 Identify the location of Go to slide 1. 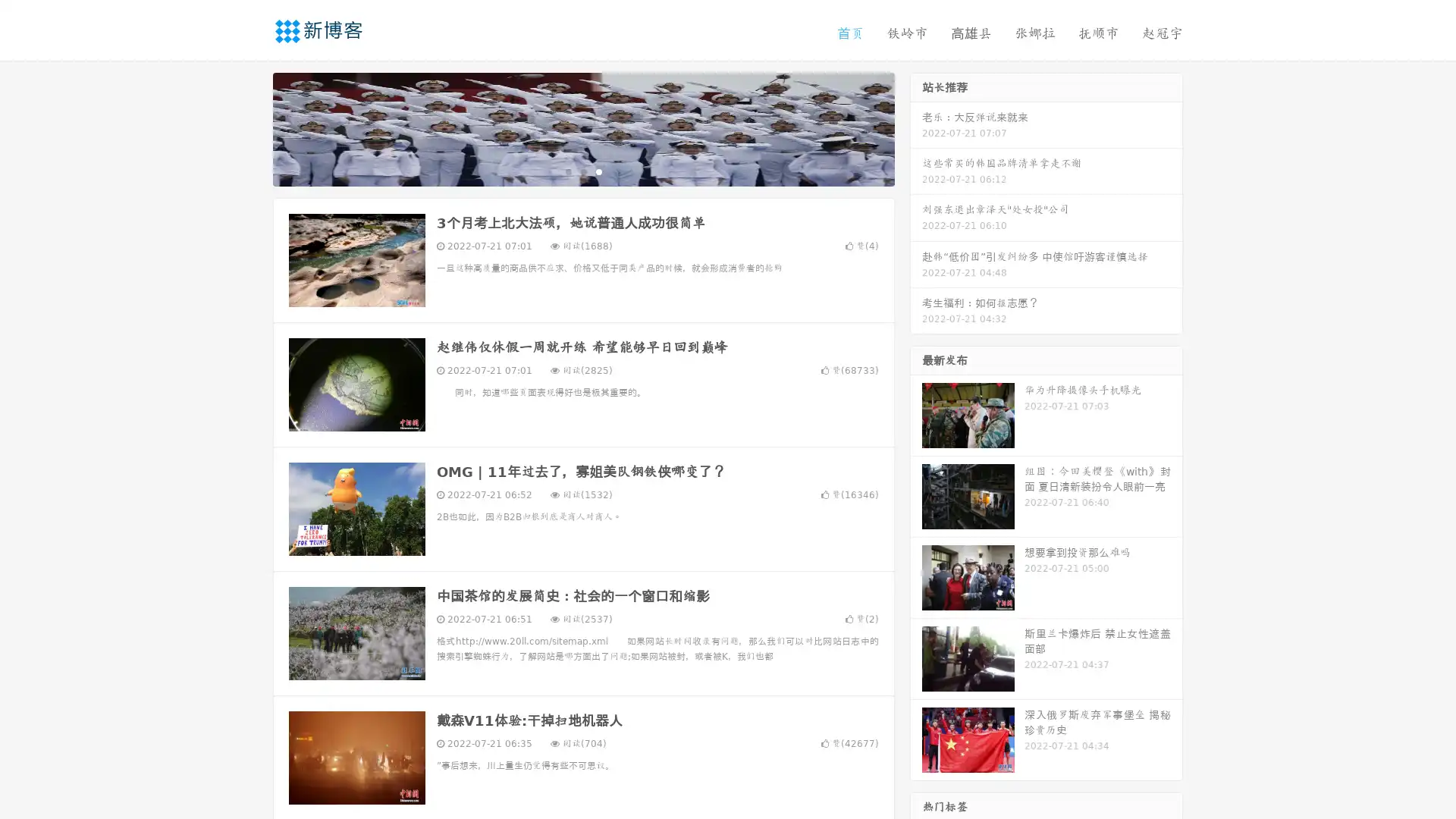
(567, 171).